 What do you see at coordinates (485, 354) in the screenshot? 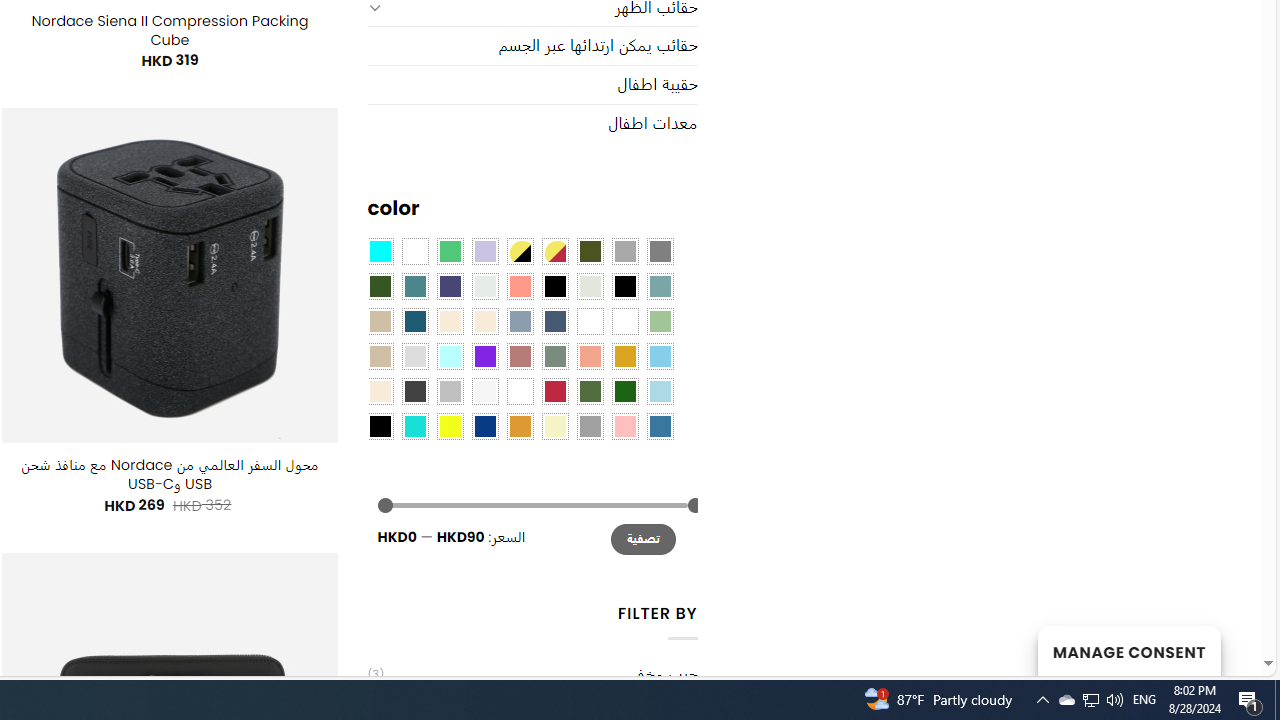
I see `'Purple'` at bounding box center [485, 354].